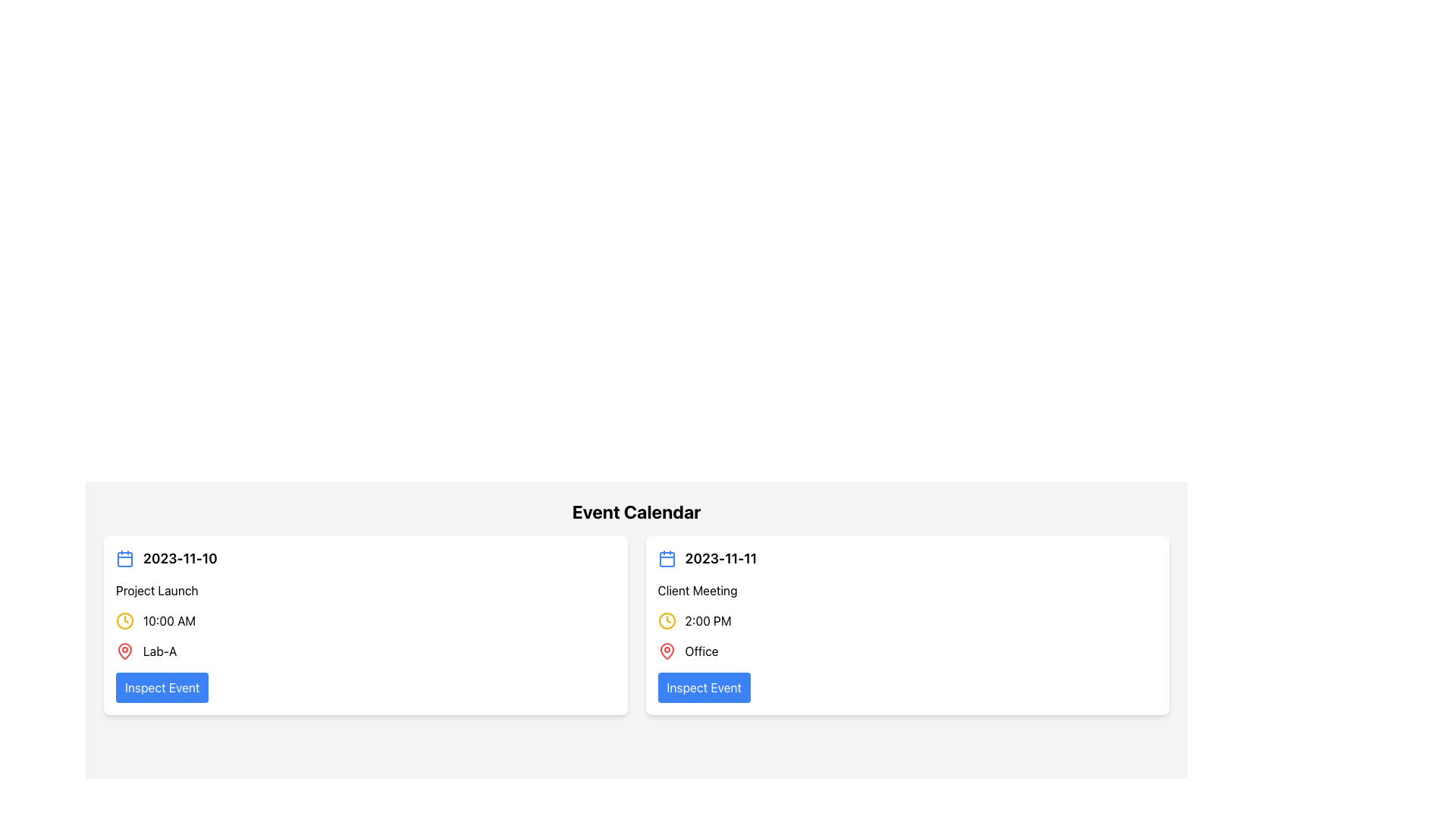 This screenshot has height=819, width=1456. What do you see at coordinates (708, 620) in the screenshot?
I see `text displayed in the Text Label showing '2:00 PM', which is styled in black and is located to the right of a yellow clock icon in the calendar interface` at bounding box center [708, 620].